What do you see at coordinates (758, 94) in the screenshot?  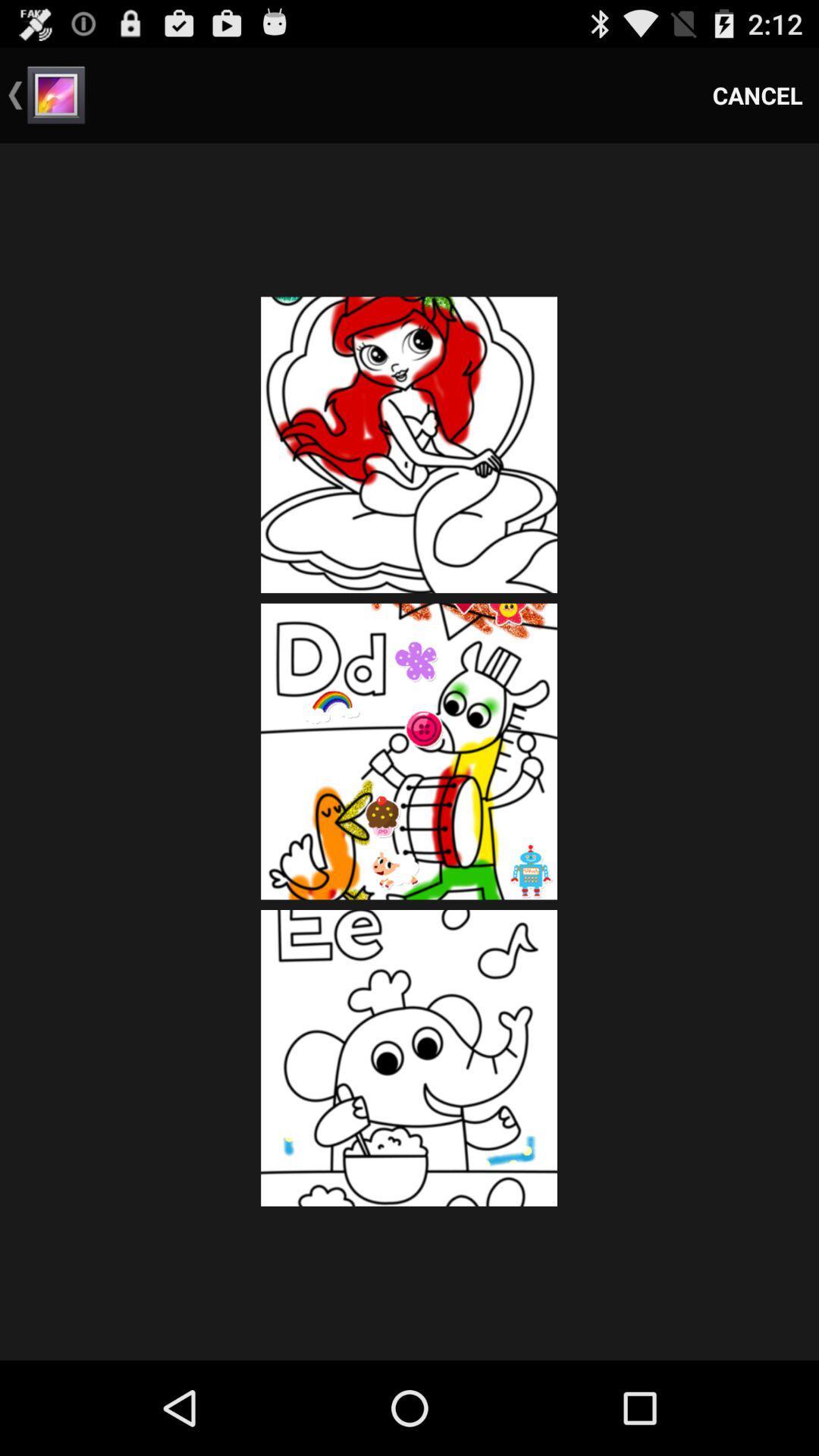 I see `cancel` at bounding box center [758, 94].